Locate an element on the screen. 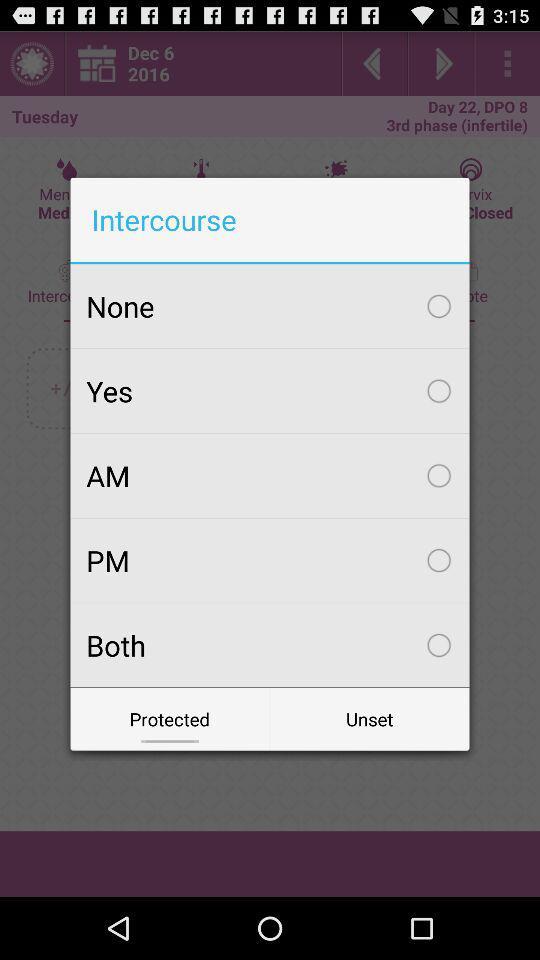 Image resolution: width=540 pixels, height=960 pixels. icon below the both checkbox is located at coordinates (170, 719).